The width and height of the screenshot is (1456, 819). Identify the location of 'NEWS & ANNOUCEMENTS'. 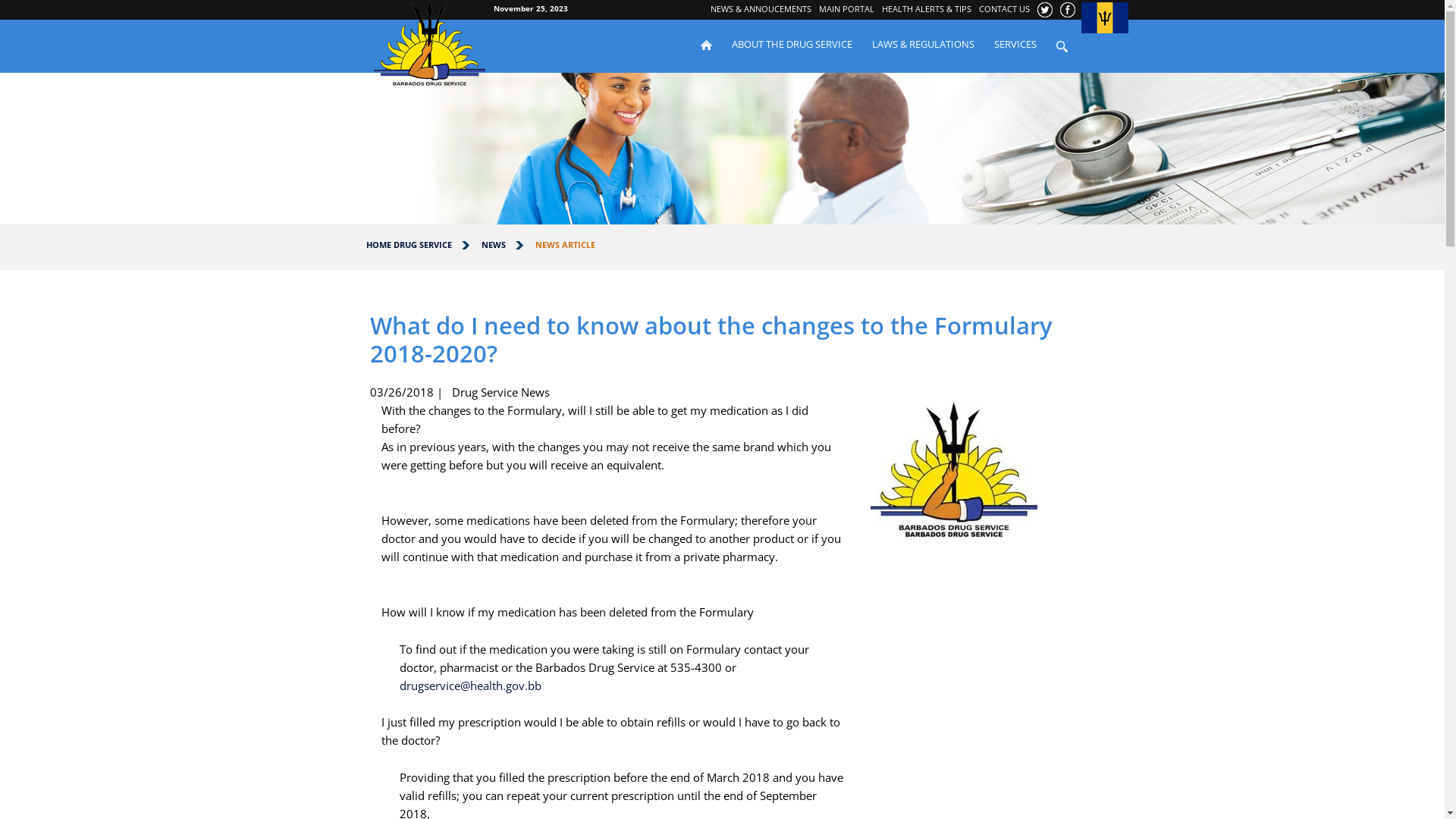
(761, 8).